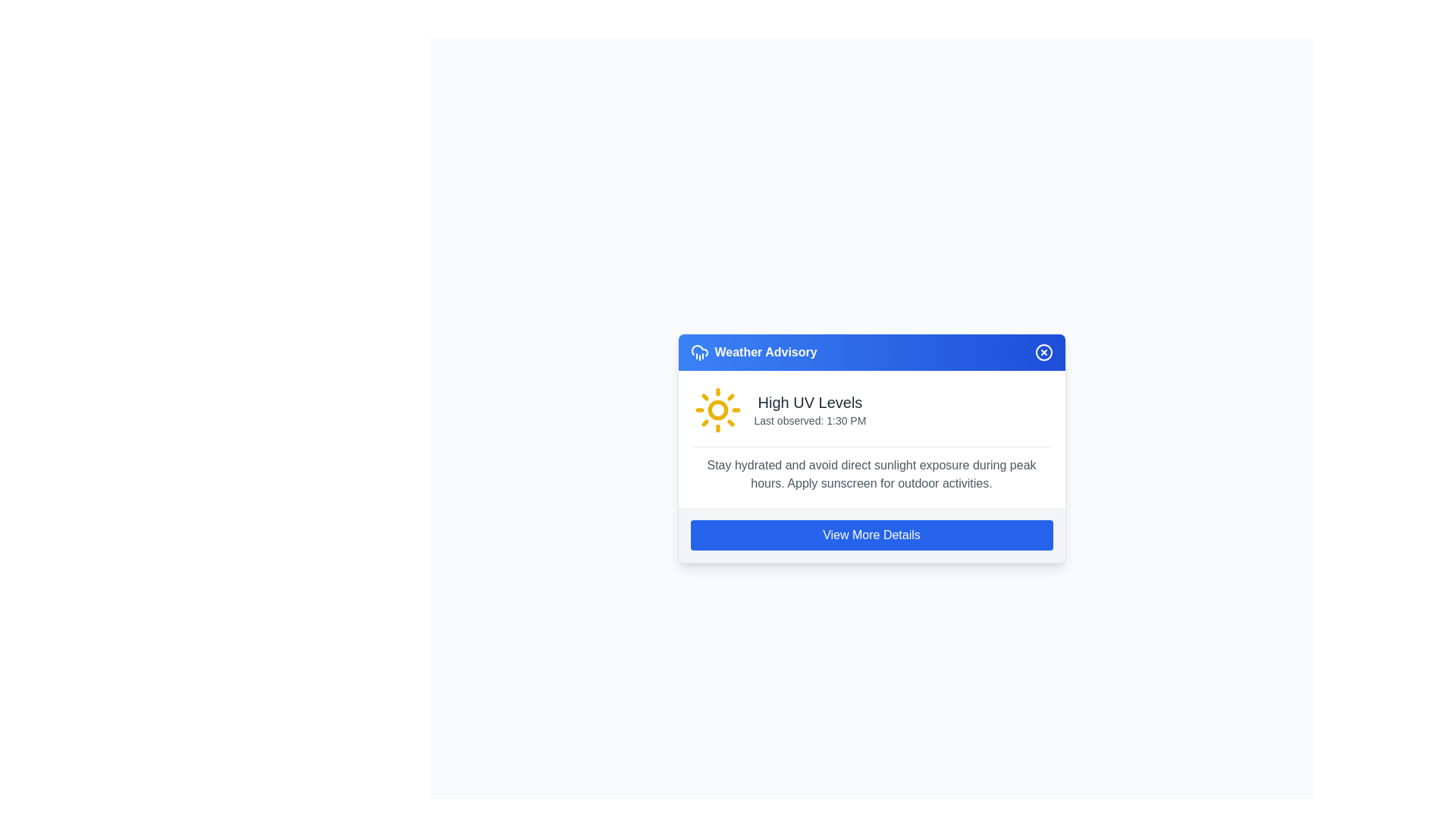 The width and height of the screenshot is (1456, 819). What do you see at coordinates (871, 534) in the screenshot?
I see `the button labeled 'View More Details' with a blue background` at bounding box center [871, 534].